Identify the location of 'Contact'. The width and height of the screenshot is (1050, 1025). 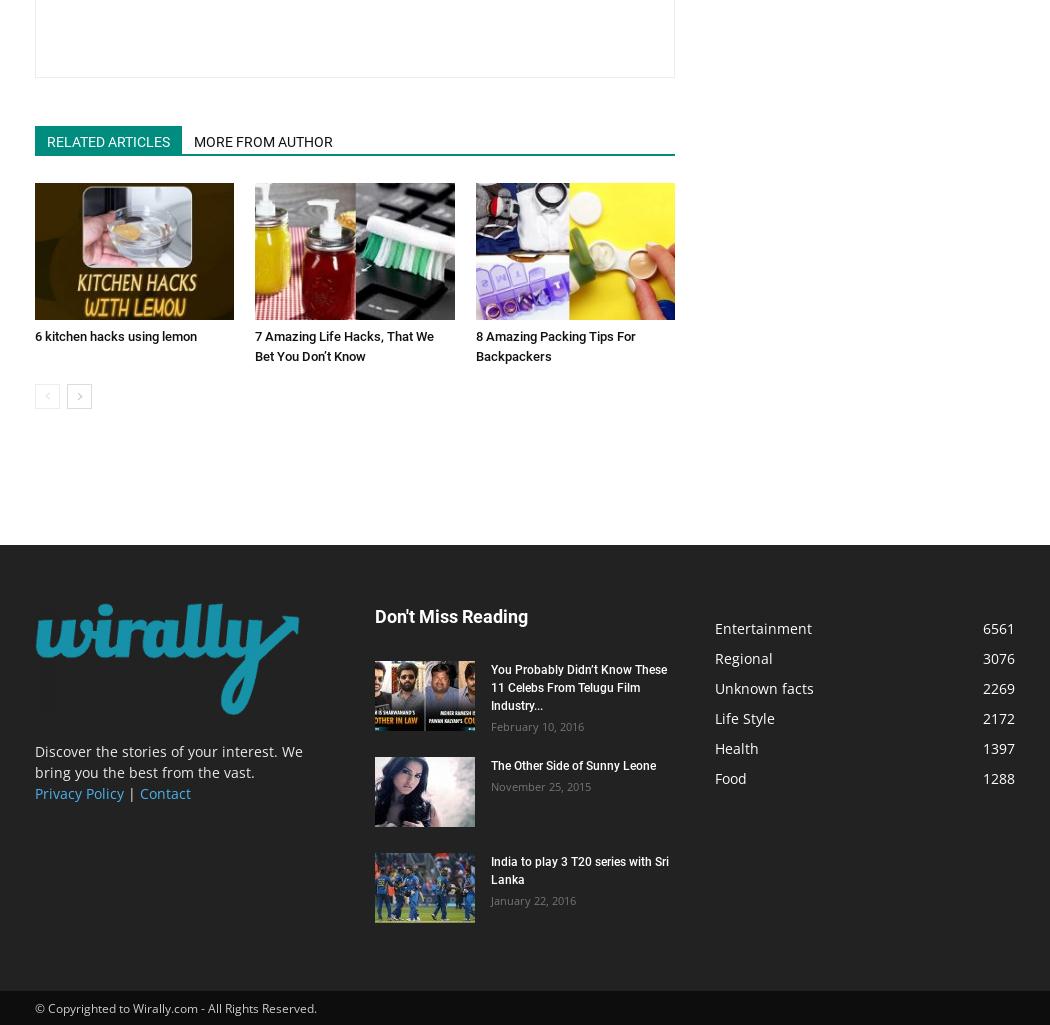
(138, 792).